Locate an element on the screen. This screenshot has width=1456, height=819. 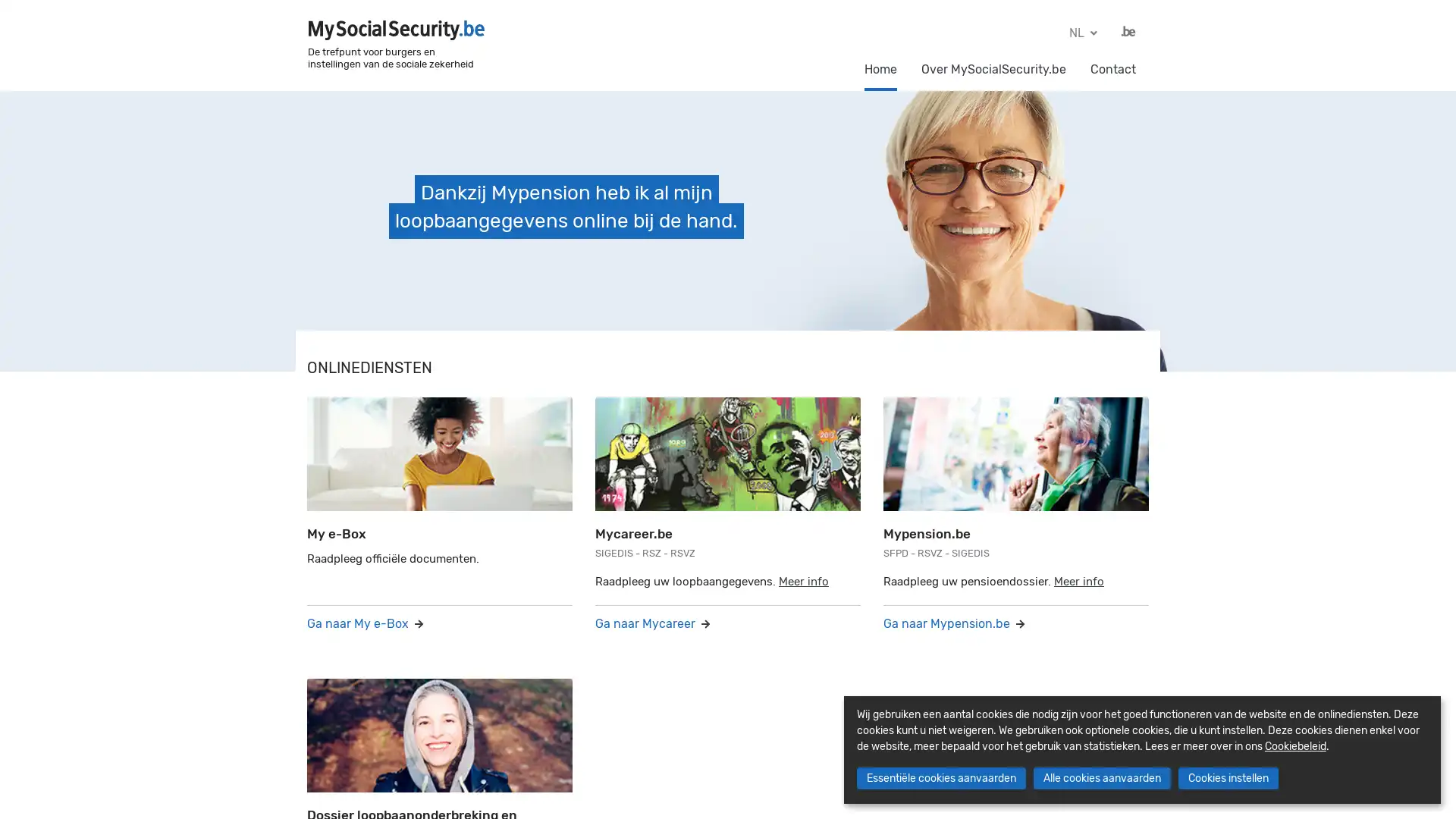
Alle cookies aanvaarden is located at coordinates (1101, 778).